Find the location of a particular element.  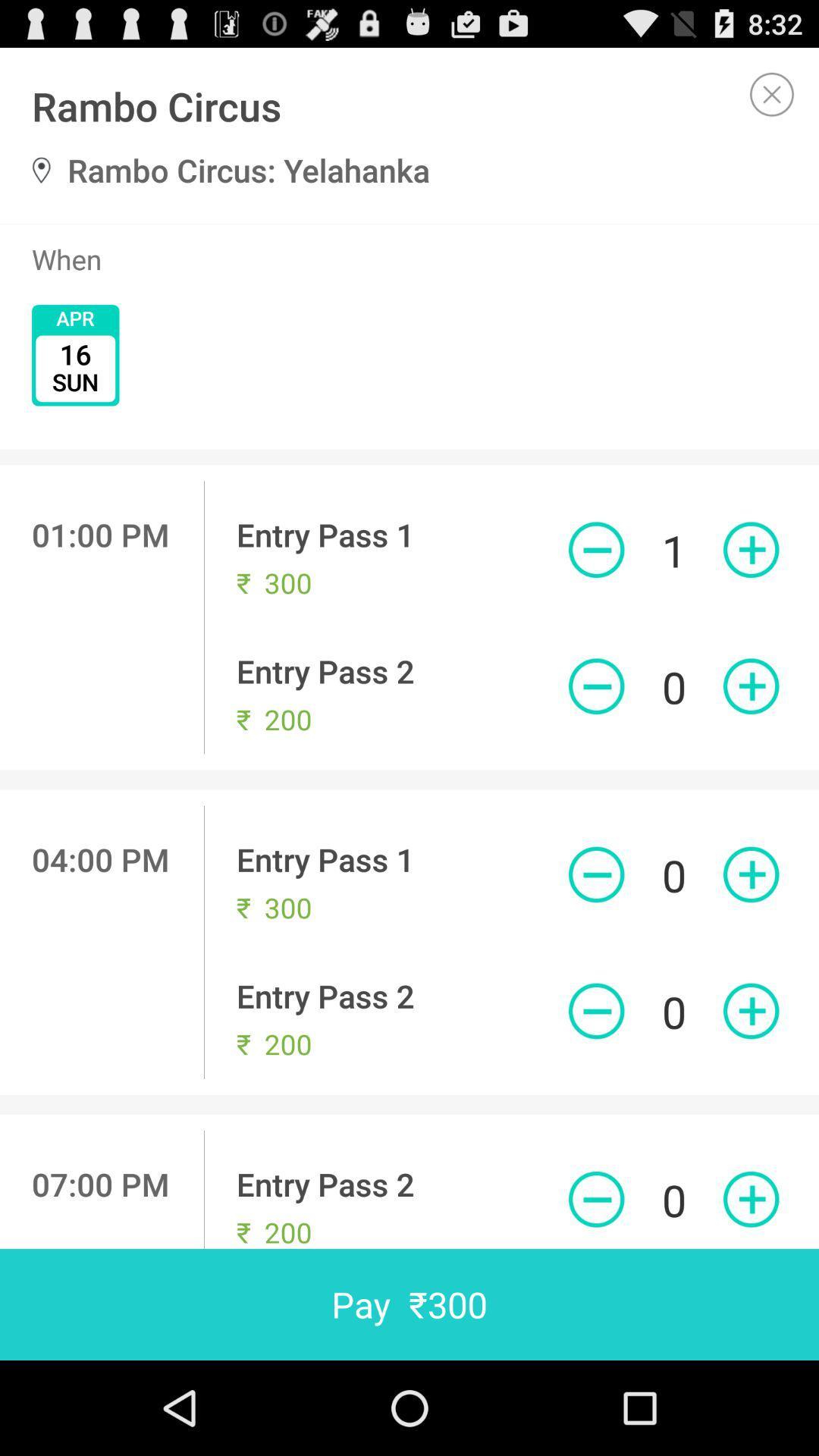

reduce the number of entry passes is located at coordinates (595, 1198).